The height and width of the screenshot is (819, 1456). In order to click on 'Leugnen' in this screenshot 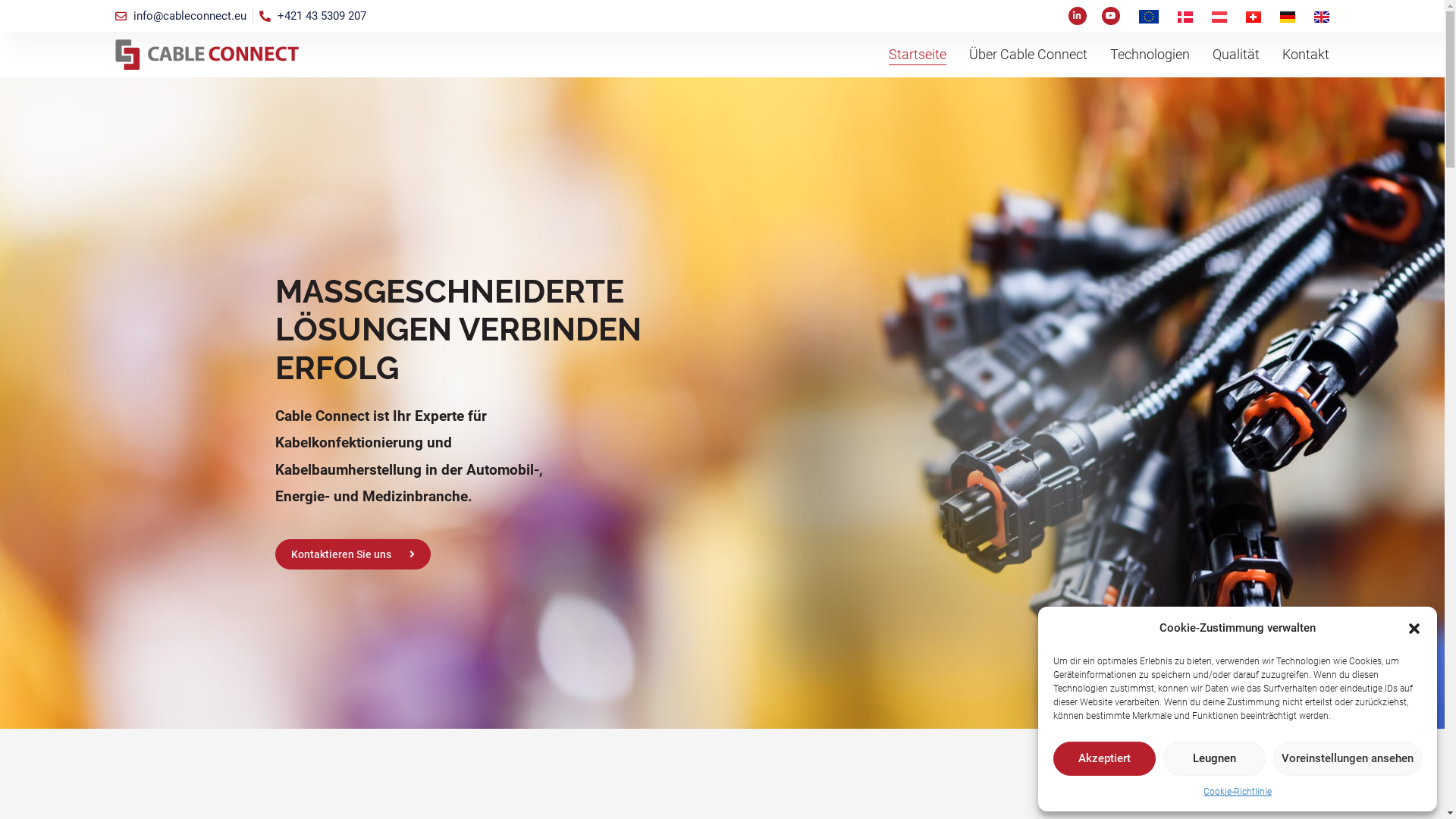, I will do `click(1163, 758)`.